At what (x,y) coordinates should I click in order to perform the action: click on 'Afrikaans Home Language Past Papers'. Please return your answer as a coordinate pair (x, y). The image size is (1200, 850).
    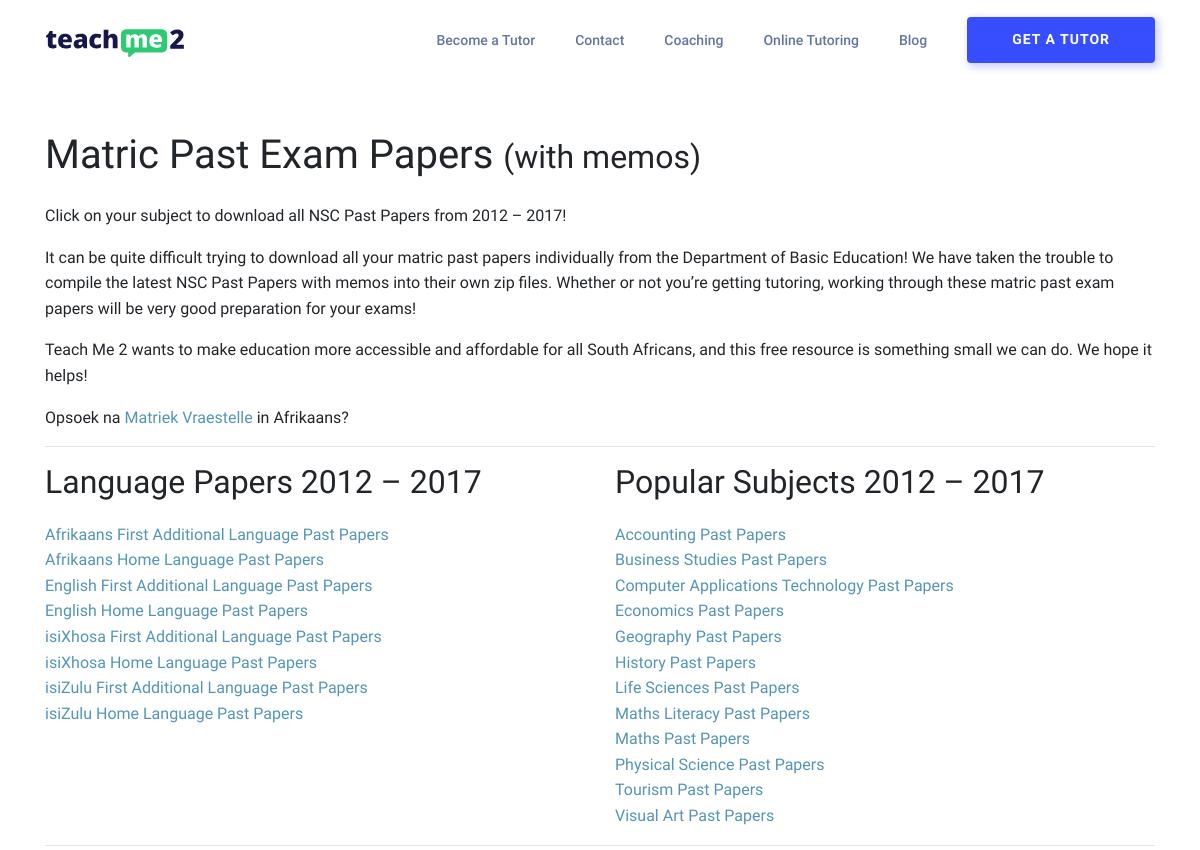
    Looking at the image, I should click on (183, 559).